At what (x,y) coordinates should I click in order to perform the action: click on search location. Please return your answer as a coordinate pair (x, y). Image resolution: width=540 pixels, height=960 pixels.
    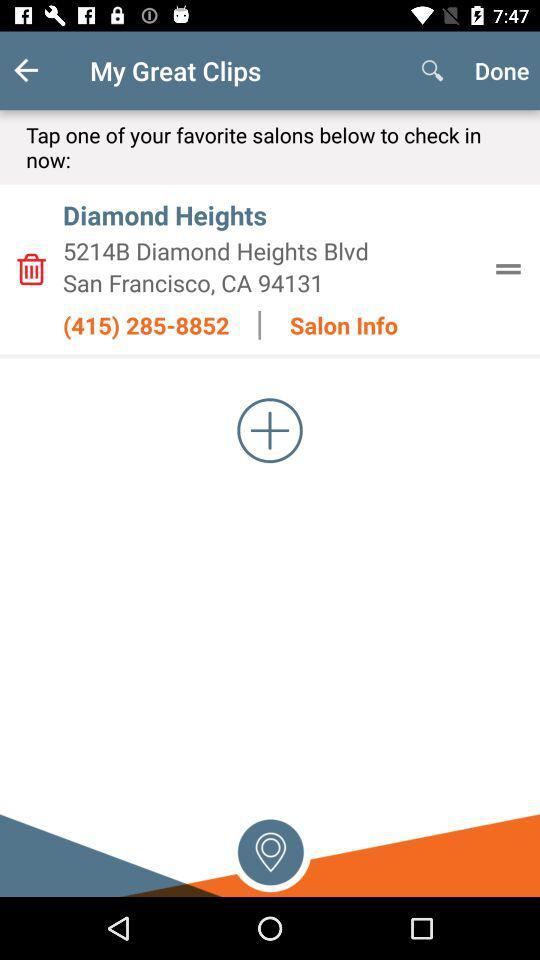
    Looking at the image, I should click on (270, 849).